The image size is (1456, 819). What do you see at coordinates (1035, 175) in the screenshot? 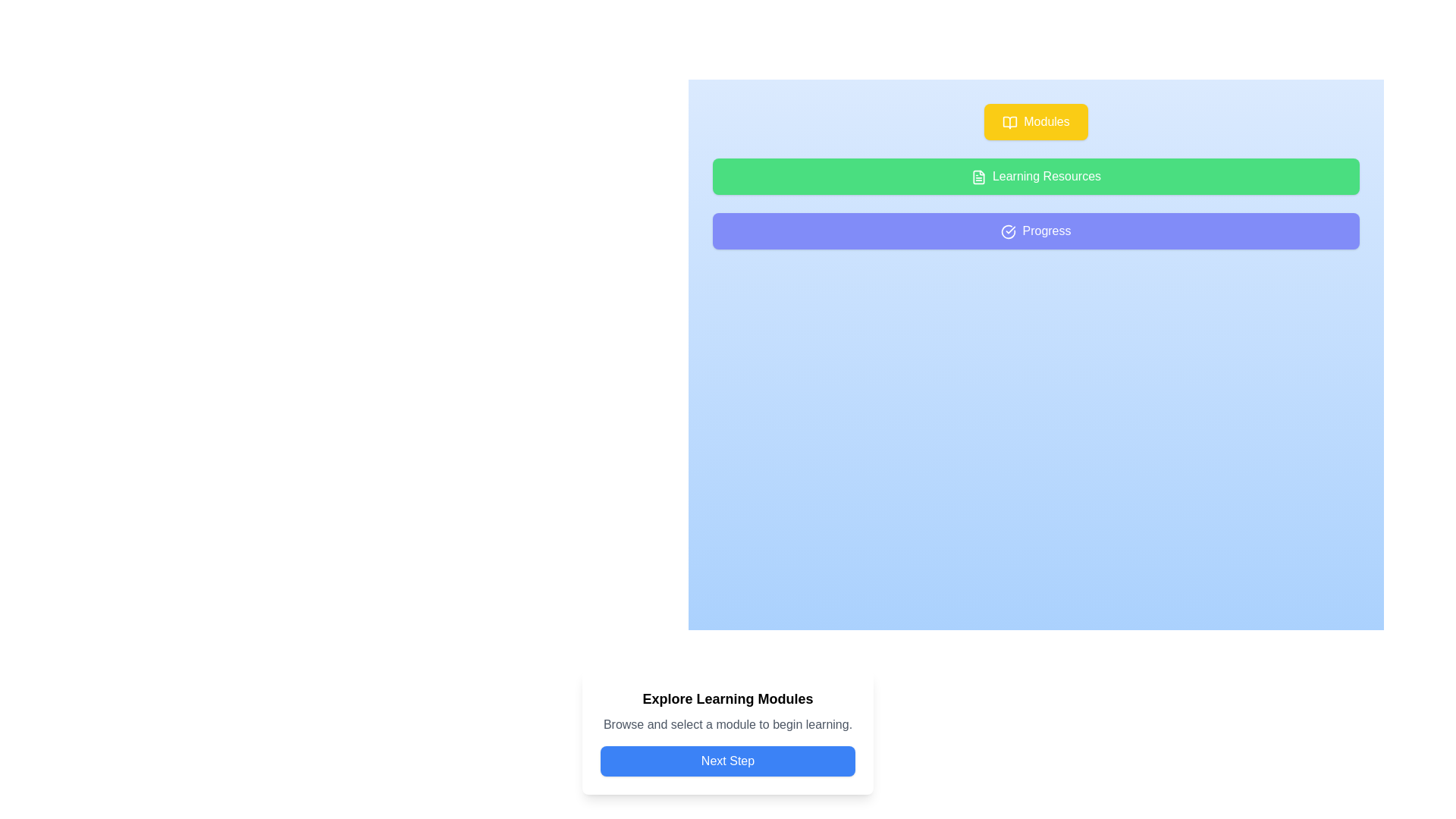
I see `the green button labeled 'Learning Resources' with a document icon` at bounding box center [1035, 175].